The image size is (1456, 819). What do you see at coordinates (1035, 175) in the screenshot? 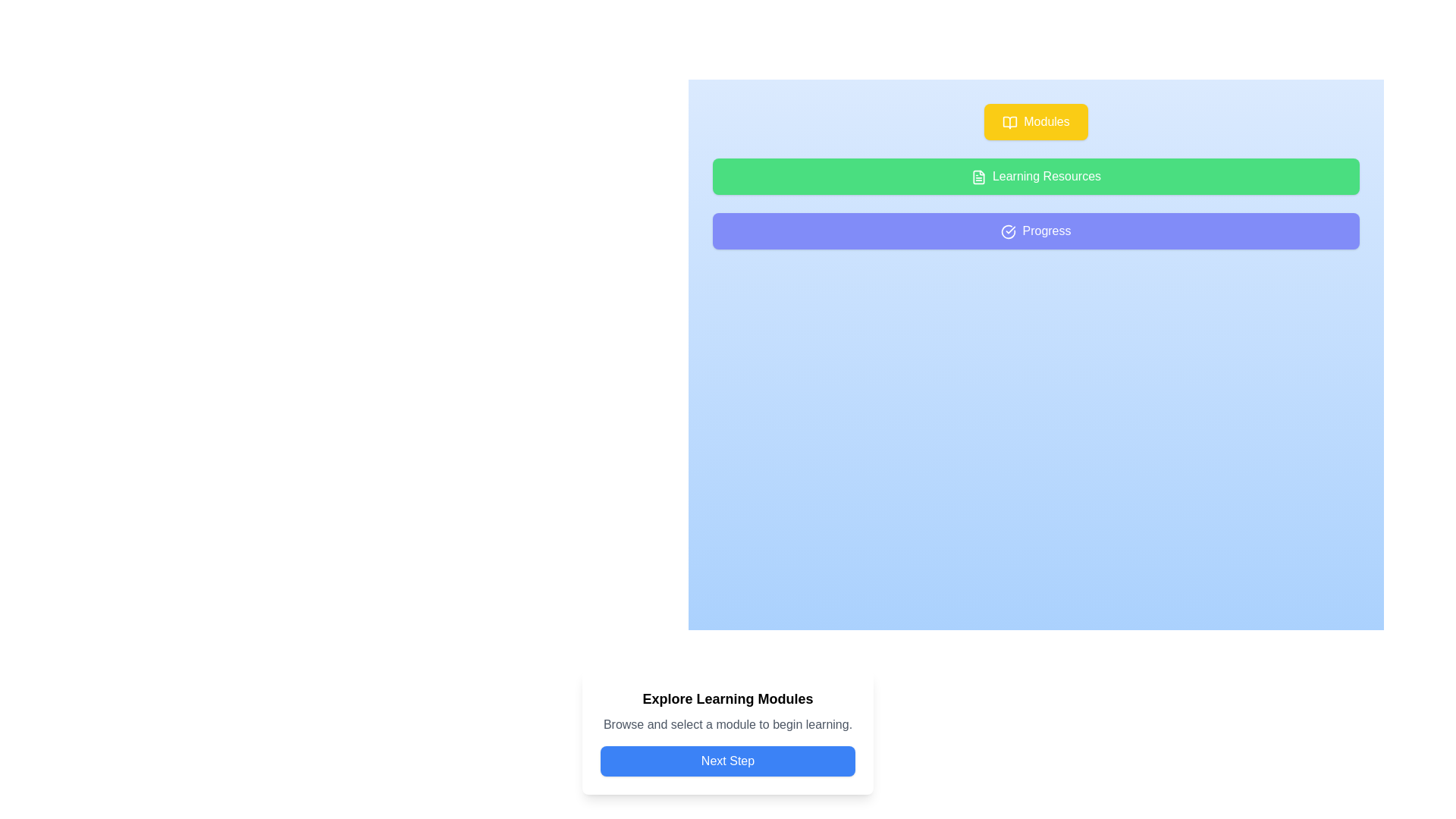
I see `the green button labeled 'Learning Resources' with a document icon` at bounding box center [1035, 175].